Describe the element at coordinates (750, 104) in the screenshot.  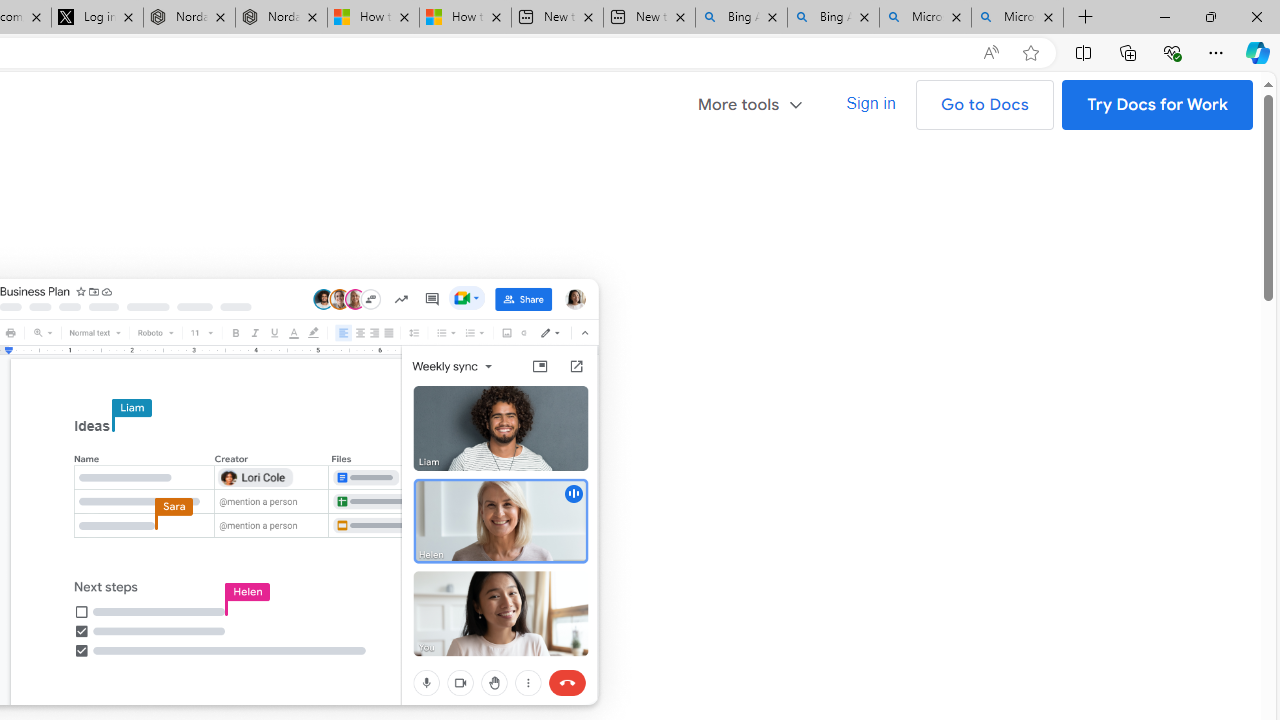
I see `'More tools'` at that location.